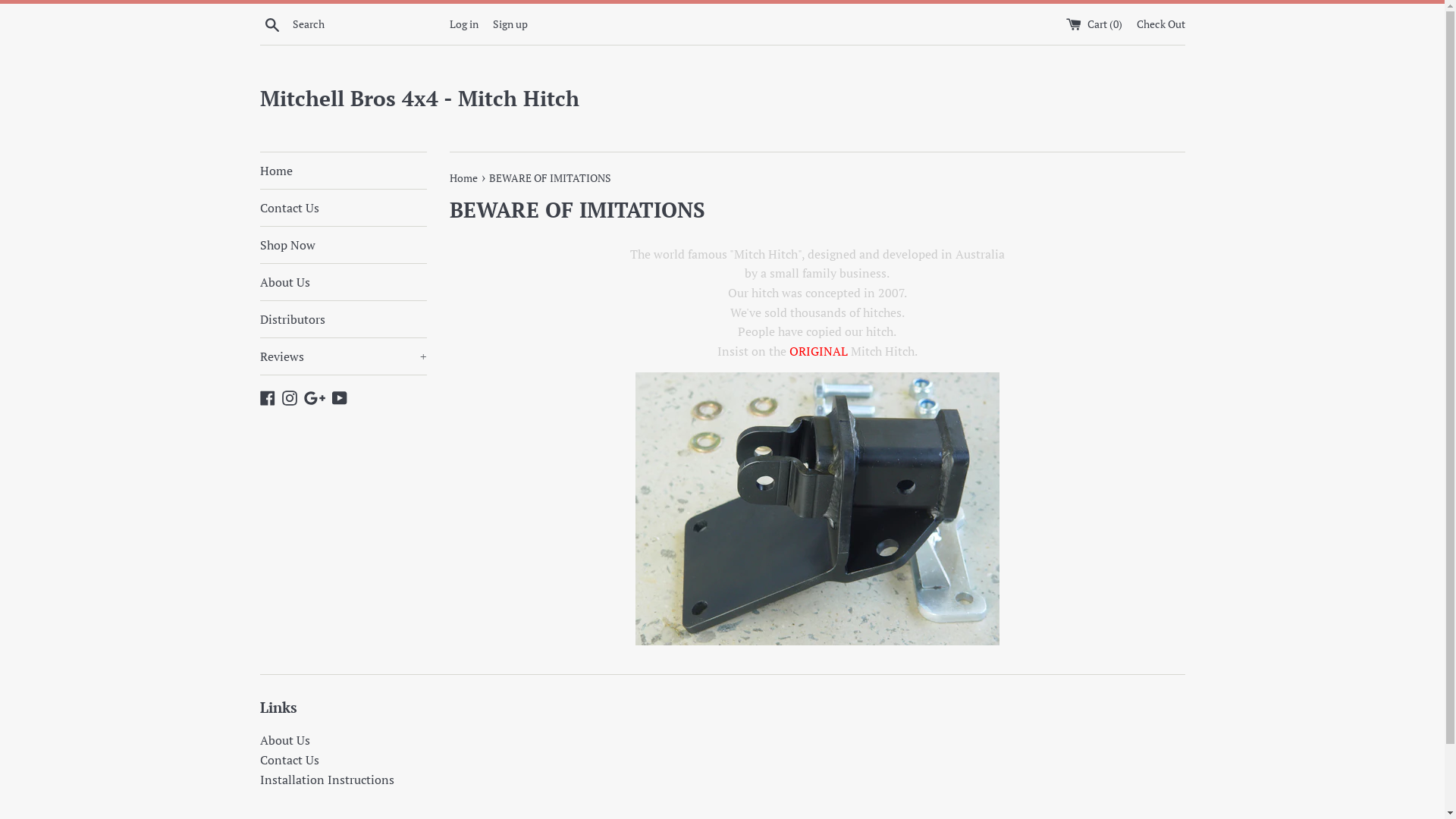 This screenshot has height=819, width=1456. I want to click on 'Reviews, so click(341, 356).